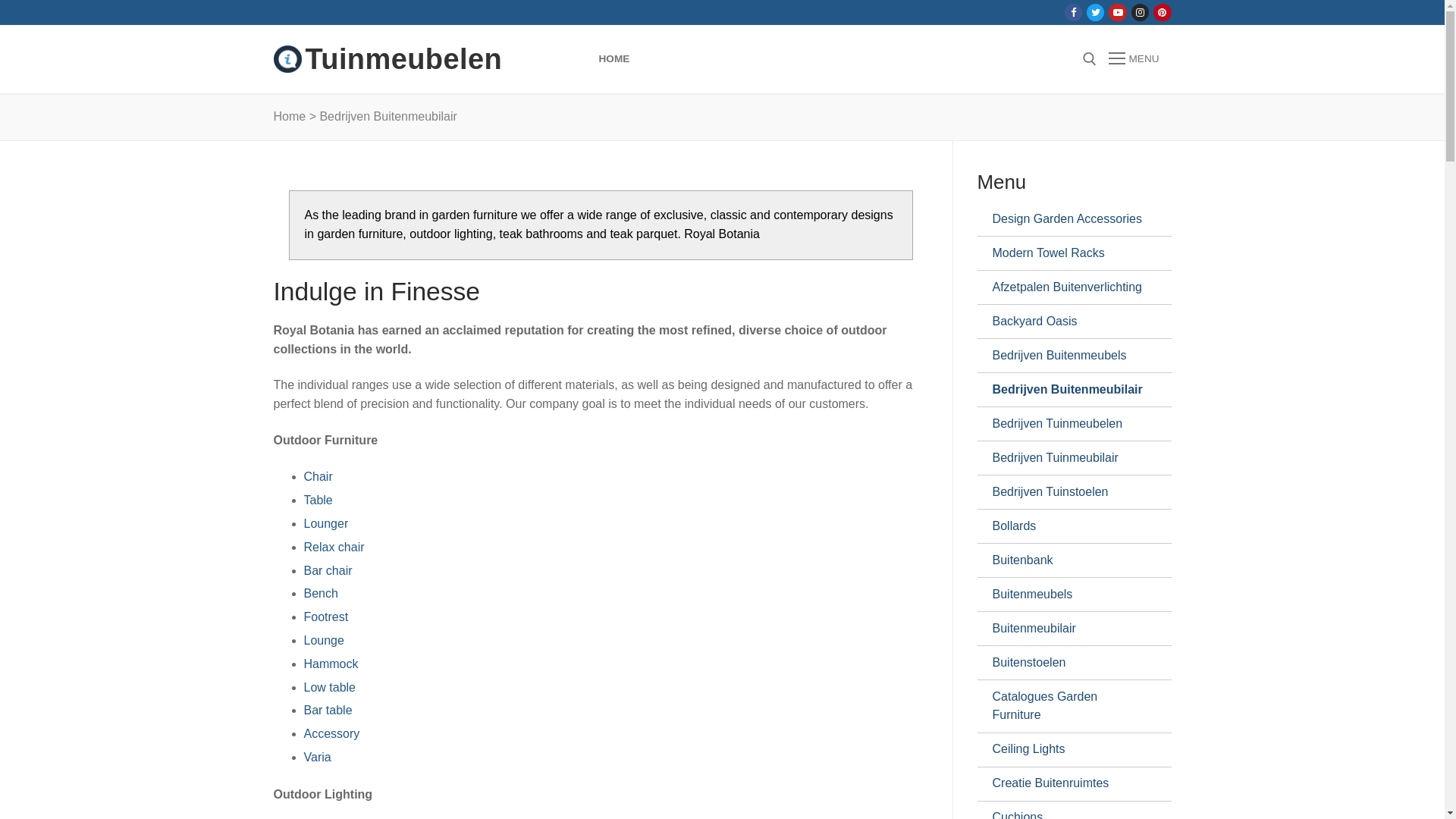 The image size is (1456, 819). What do you see at coordinates (303, 710) in the screenshot?
I see `'Bar table'` at bounding box center [303, 710].